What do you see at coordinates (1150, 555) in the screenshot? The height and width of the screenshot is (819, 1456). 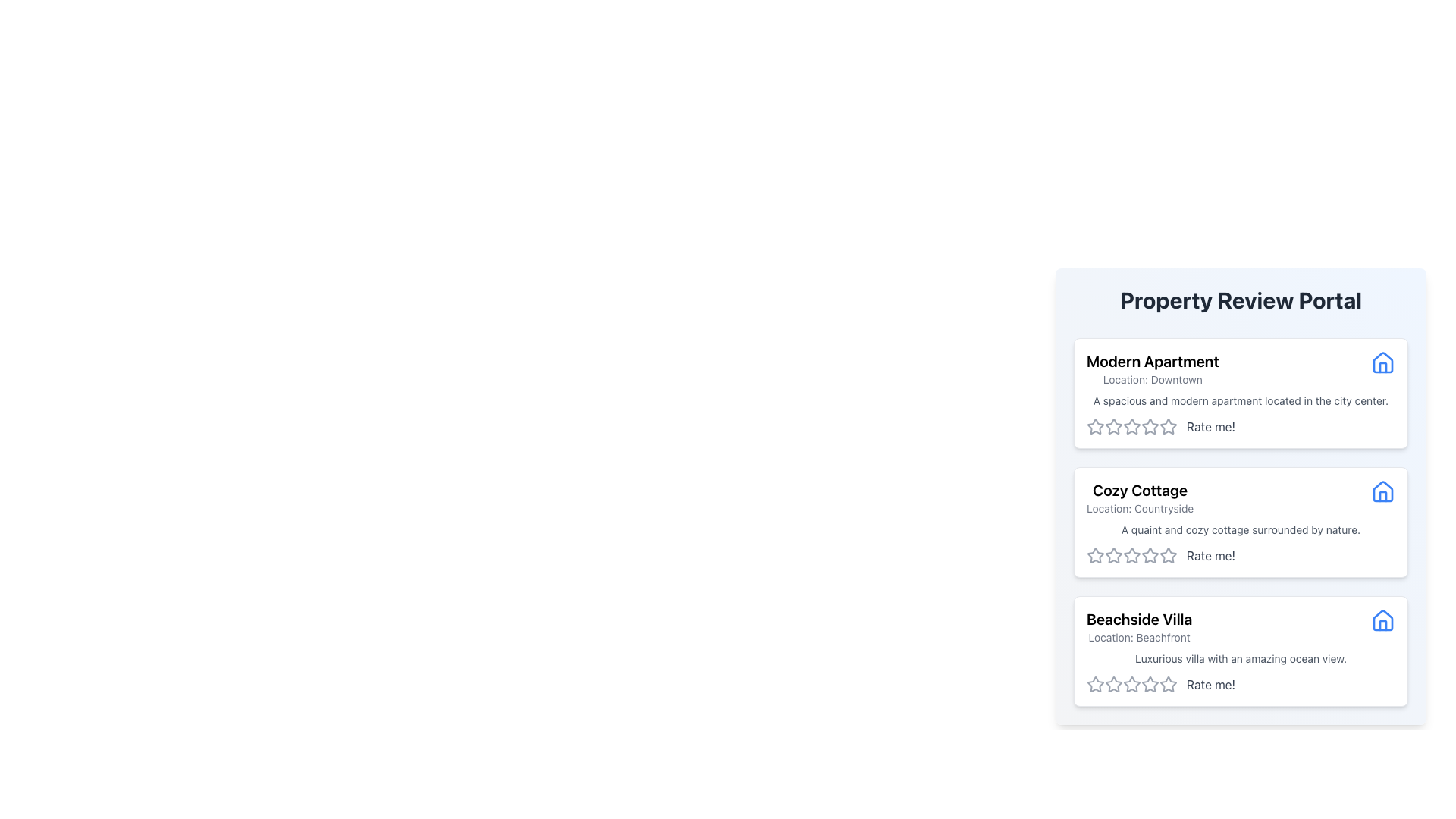 I see `the fourth outlined star icon in gray color of the rating controls for the 'Cozy Cottage' property` at bounding box center [1150, 555].